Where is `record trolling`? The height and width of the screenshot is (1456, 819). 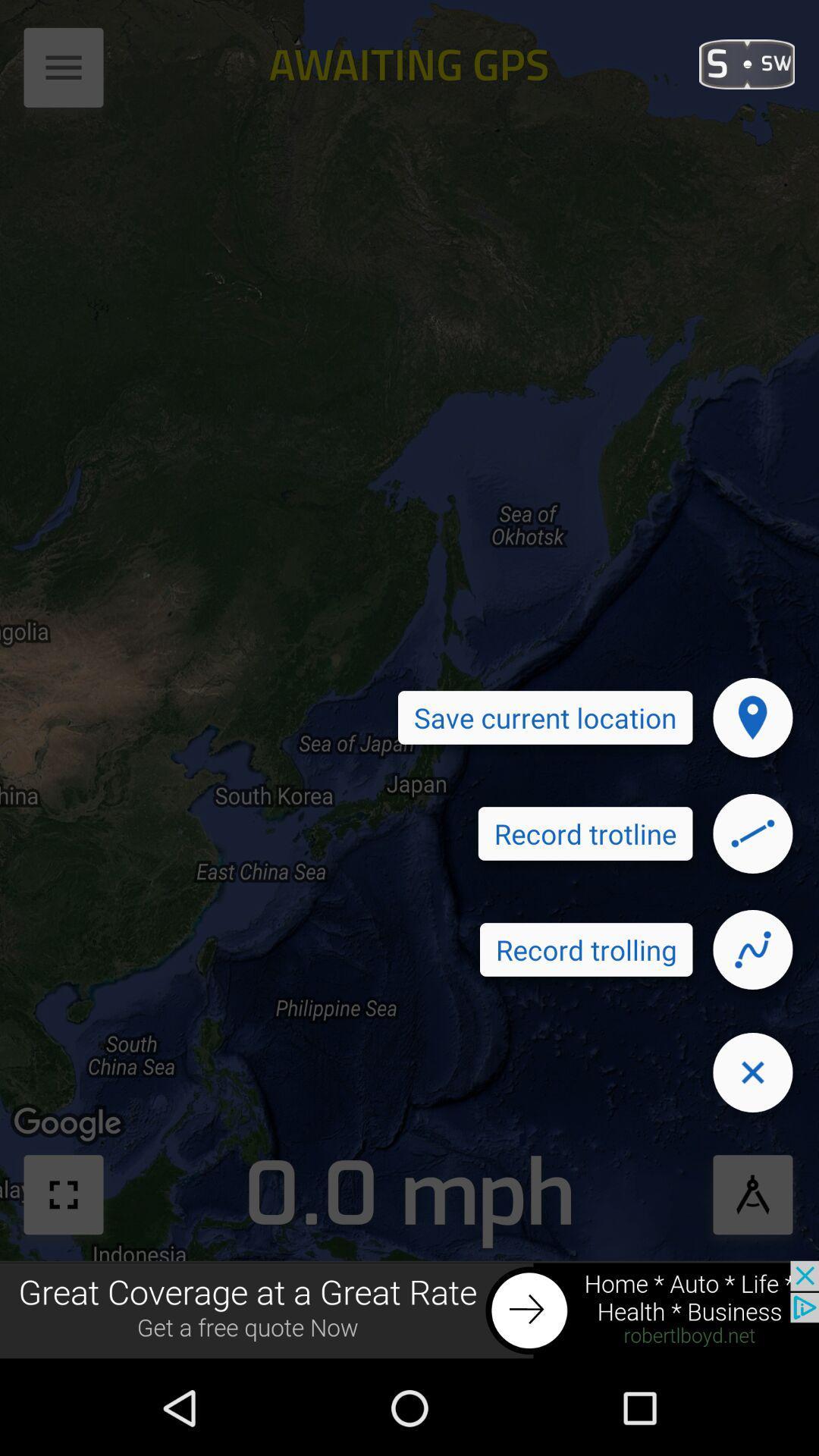 record trolling is located at coordinates (752, 949).